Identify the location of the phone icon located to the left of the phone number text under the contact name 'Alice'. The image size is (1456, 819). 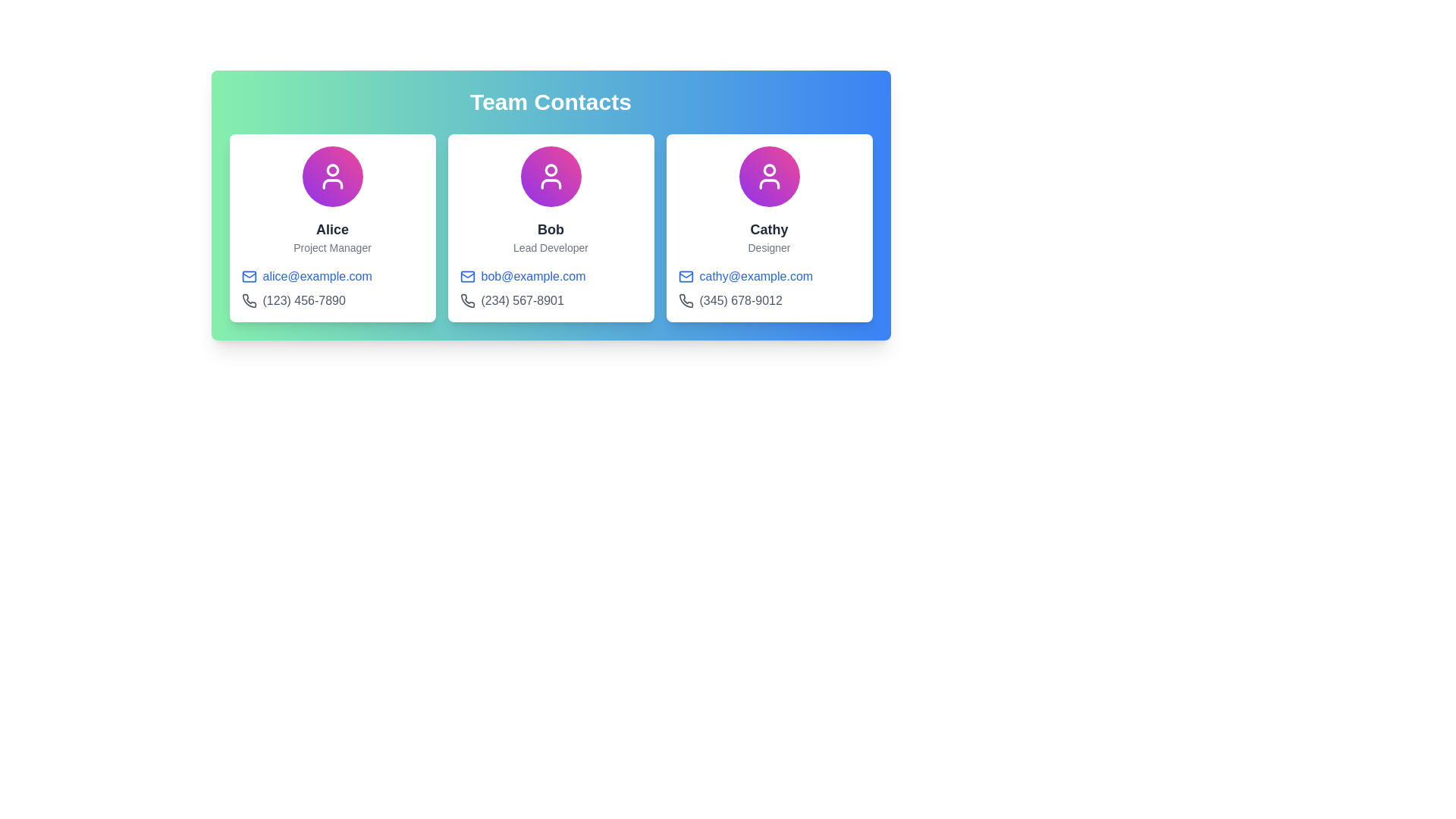
(249, 301).